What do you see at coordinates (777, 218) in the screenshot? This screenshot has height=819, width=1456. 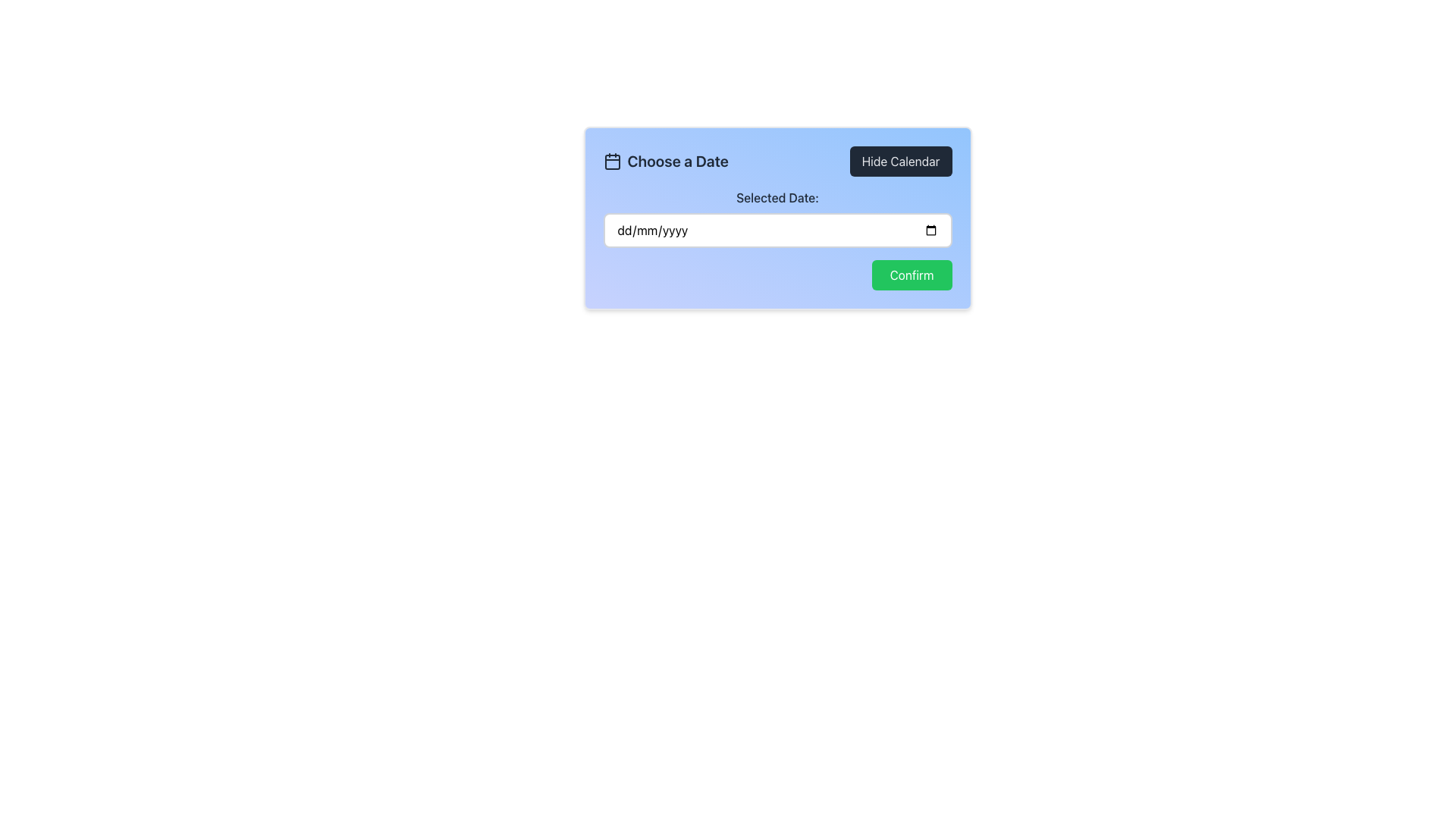 I see `the Date Picker Input Field Group located below the heading 'Choose a Date' by clicking on the input box` at bounding box center [777, 218].